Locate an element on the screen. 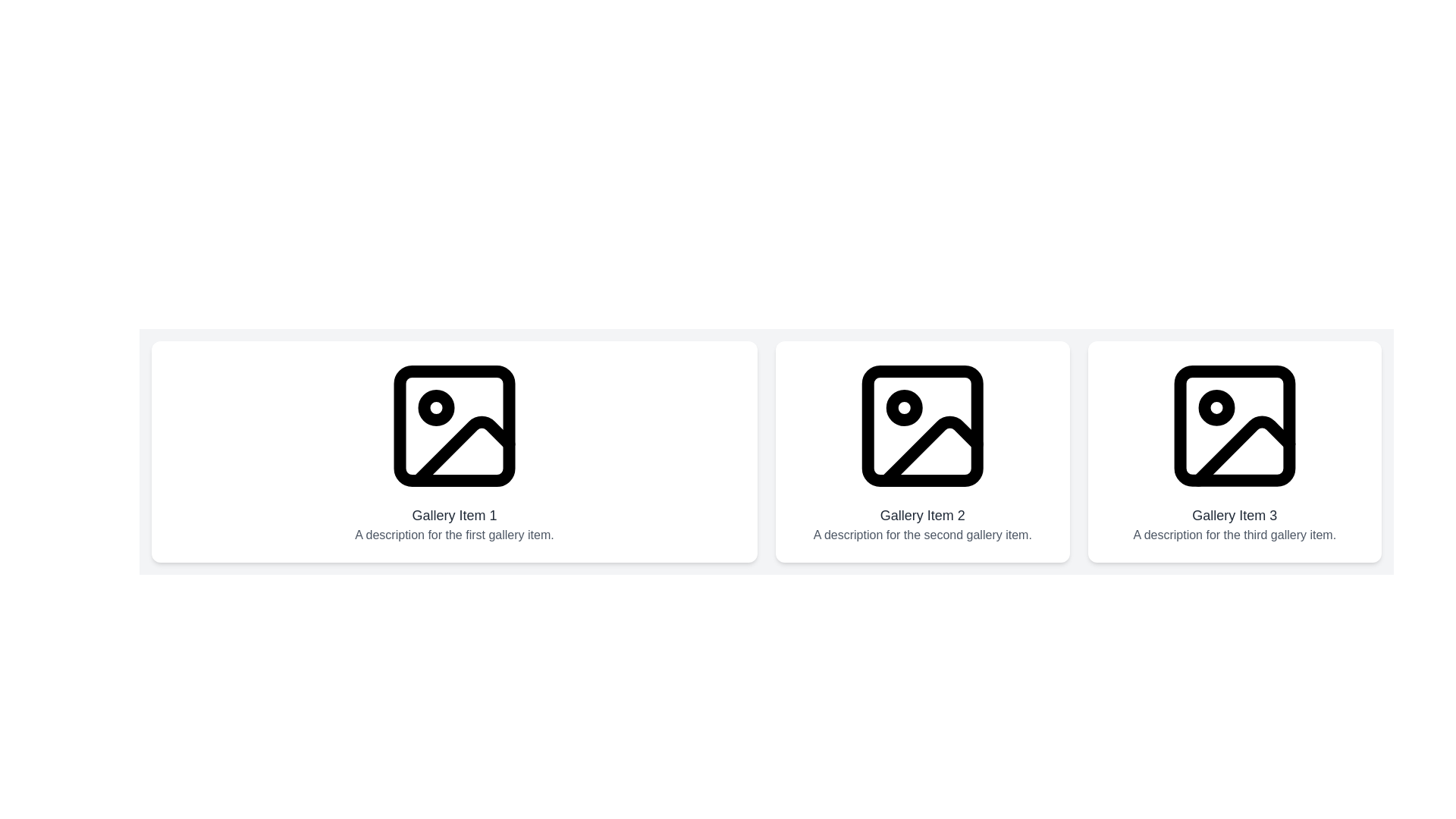  the text block displaying 'Gallery Item 3' which consists of a bolded title and a smaller description, located in the third gallery card of the rightmost column is located at coordinates (1235, 523).